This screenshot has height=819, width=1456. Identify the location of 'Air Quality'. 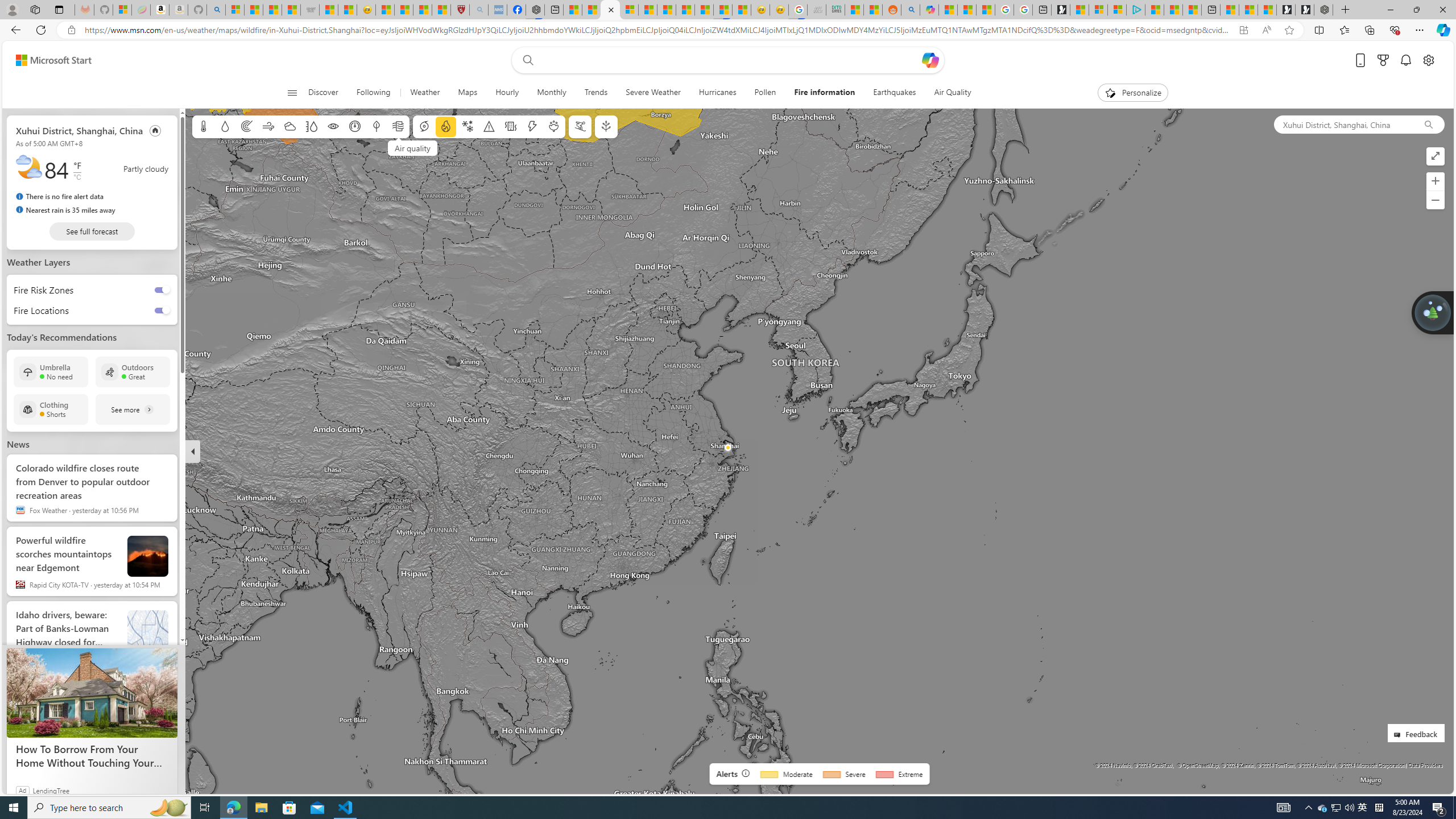
(952, 92).